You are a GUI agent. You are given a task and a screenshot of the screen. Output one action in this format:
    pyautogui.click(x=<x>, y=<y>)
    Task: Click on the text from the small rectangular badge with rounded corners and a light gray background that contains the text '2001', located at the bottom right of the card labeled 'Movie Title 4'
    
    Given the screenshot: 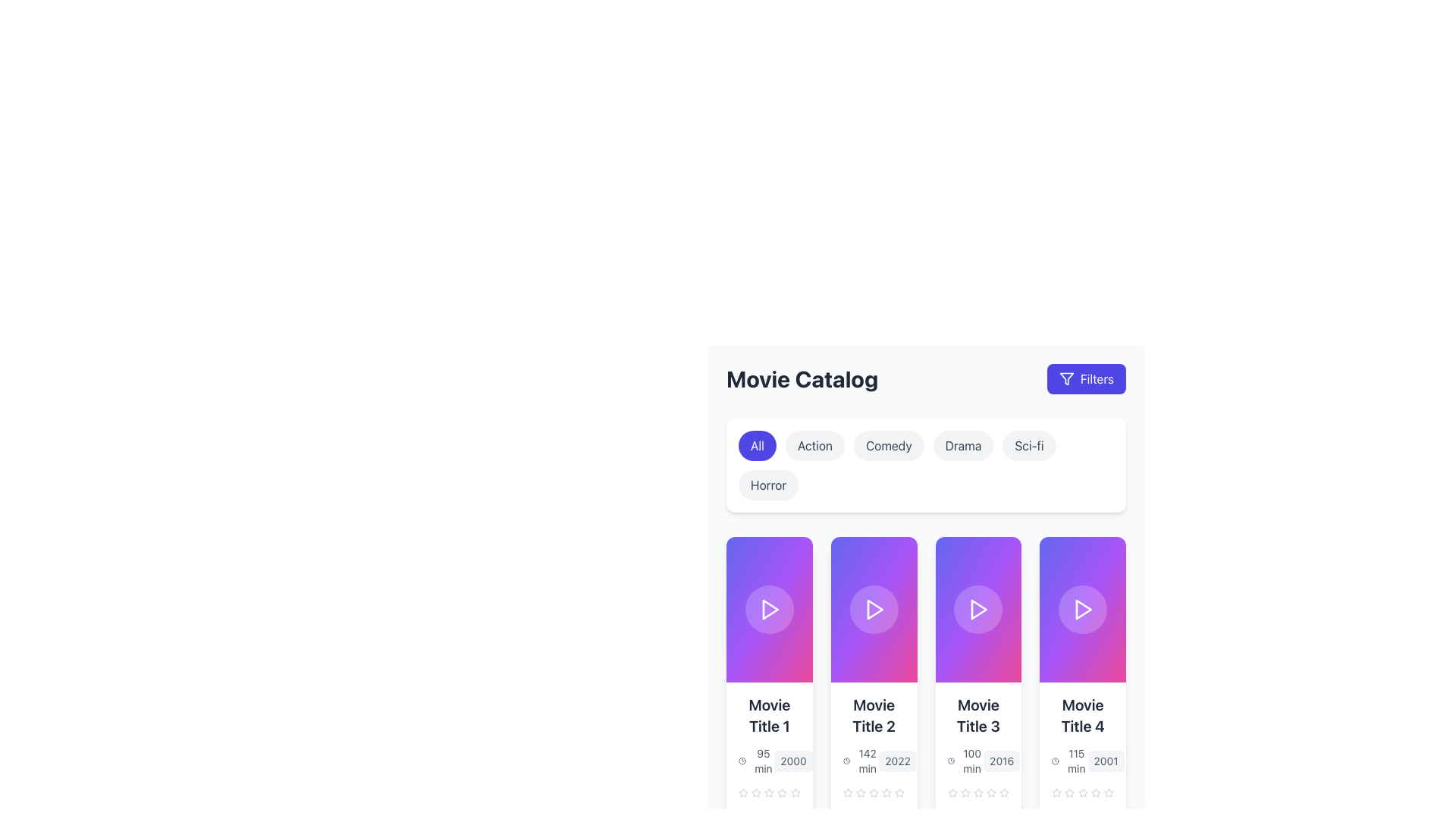 What is the action you would take?
    pyautogui.click(x=1106, y=761)
    